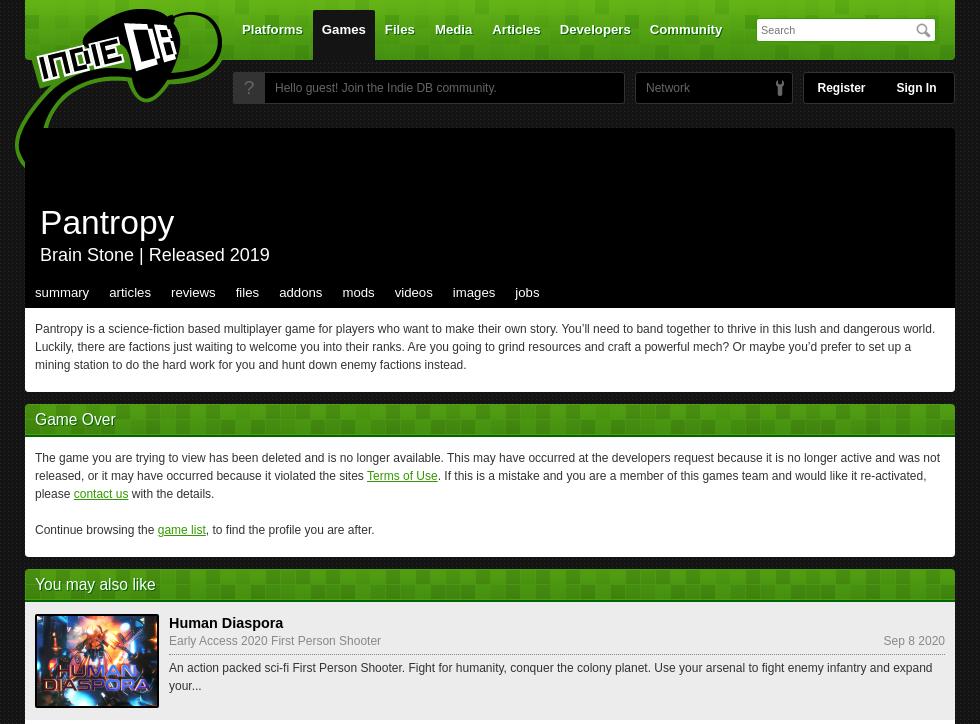  What do you see at coordinates (646, 87) in the screenshot?
I see `'Network'` at bounding box center [646, 87].